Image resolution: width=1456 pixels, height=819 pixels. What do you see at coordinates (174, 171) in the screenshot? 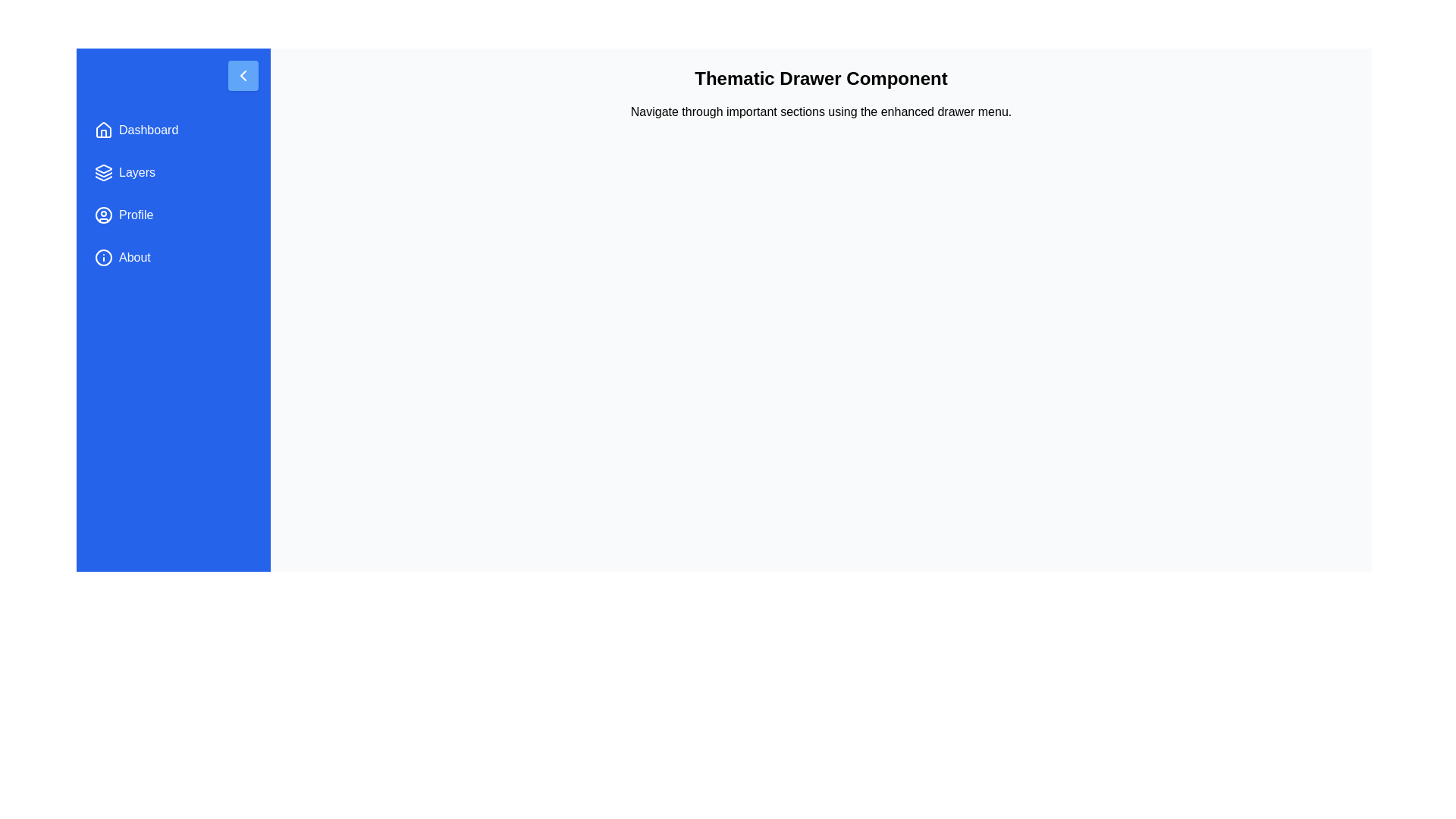
I see `the menu item labeled Layers` at bounding box center [174, 171].